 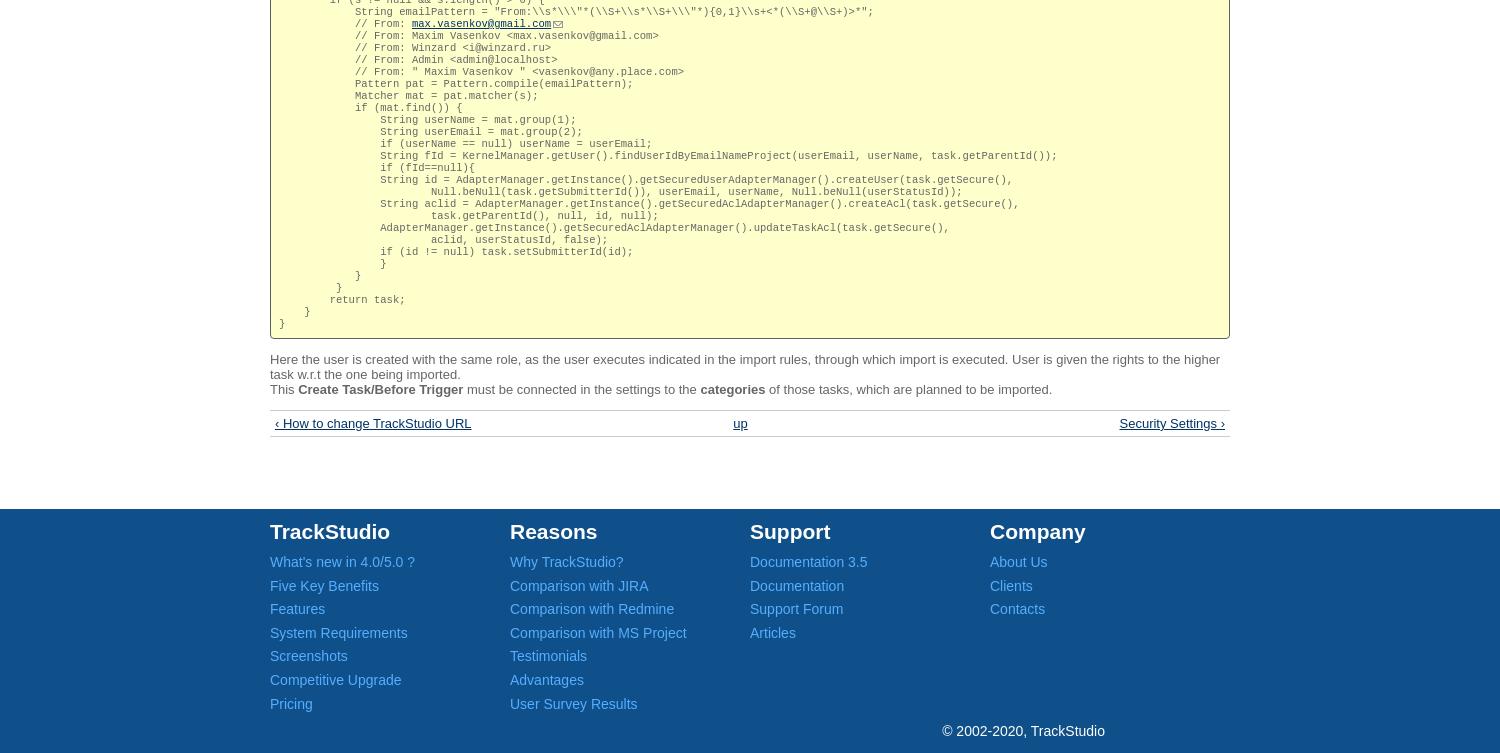 What do you see at coordinates (297, 609) in the screenshot?
I see `'Features'` at bounding box center [297, 609].